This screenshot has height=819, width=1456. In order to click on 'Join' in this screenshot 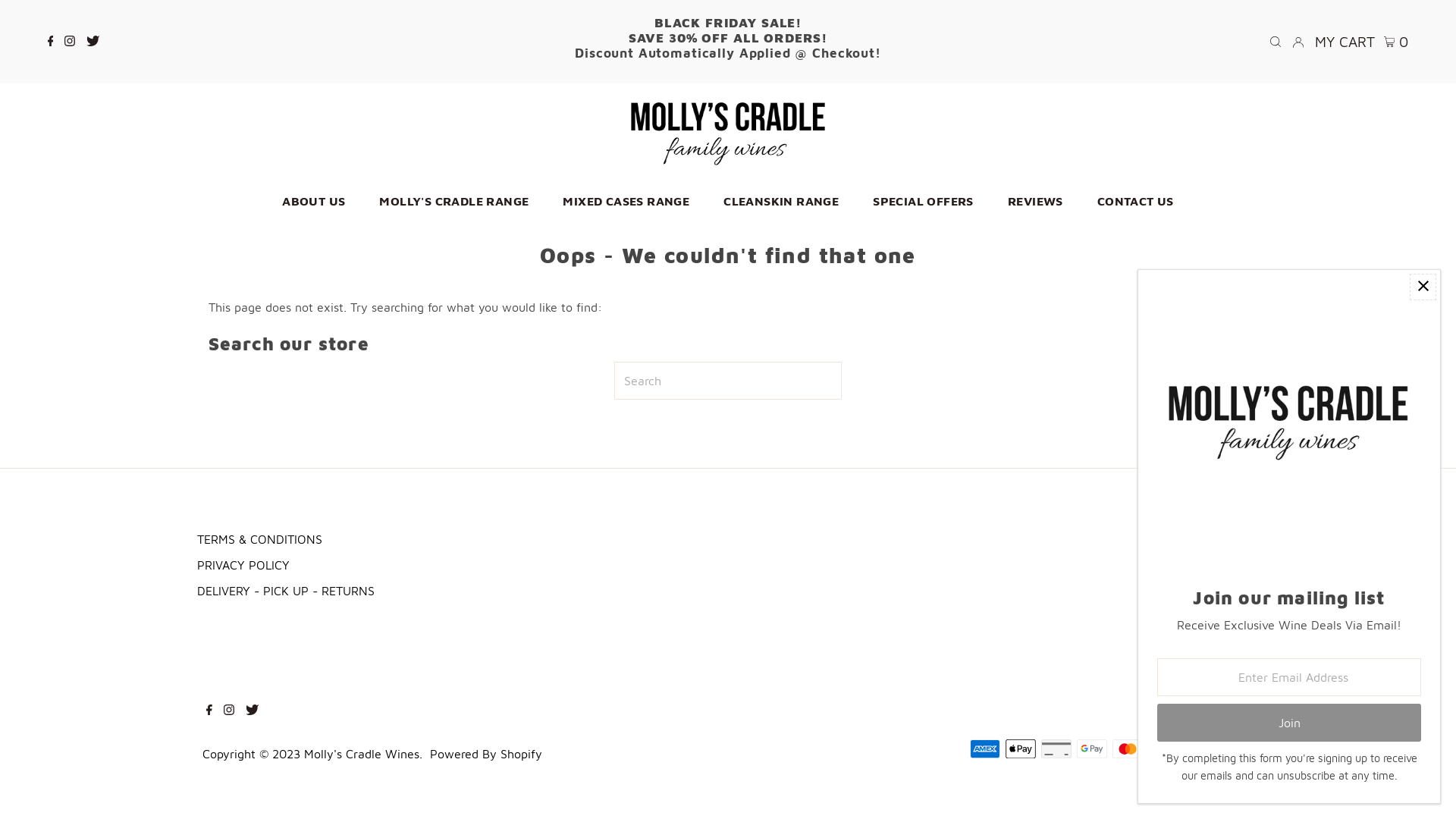, I will do `click(1288, 721)`.